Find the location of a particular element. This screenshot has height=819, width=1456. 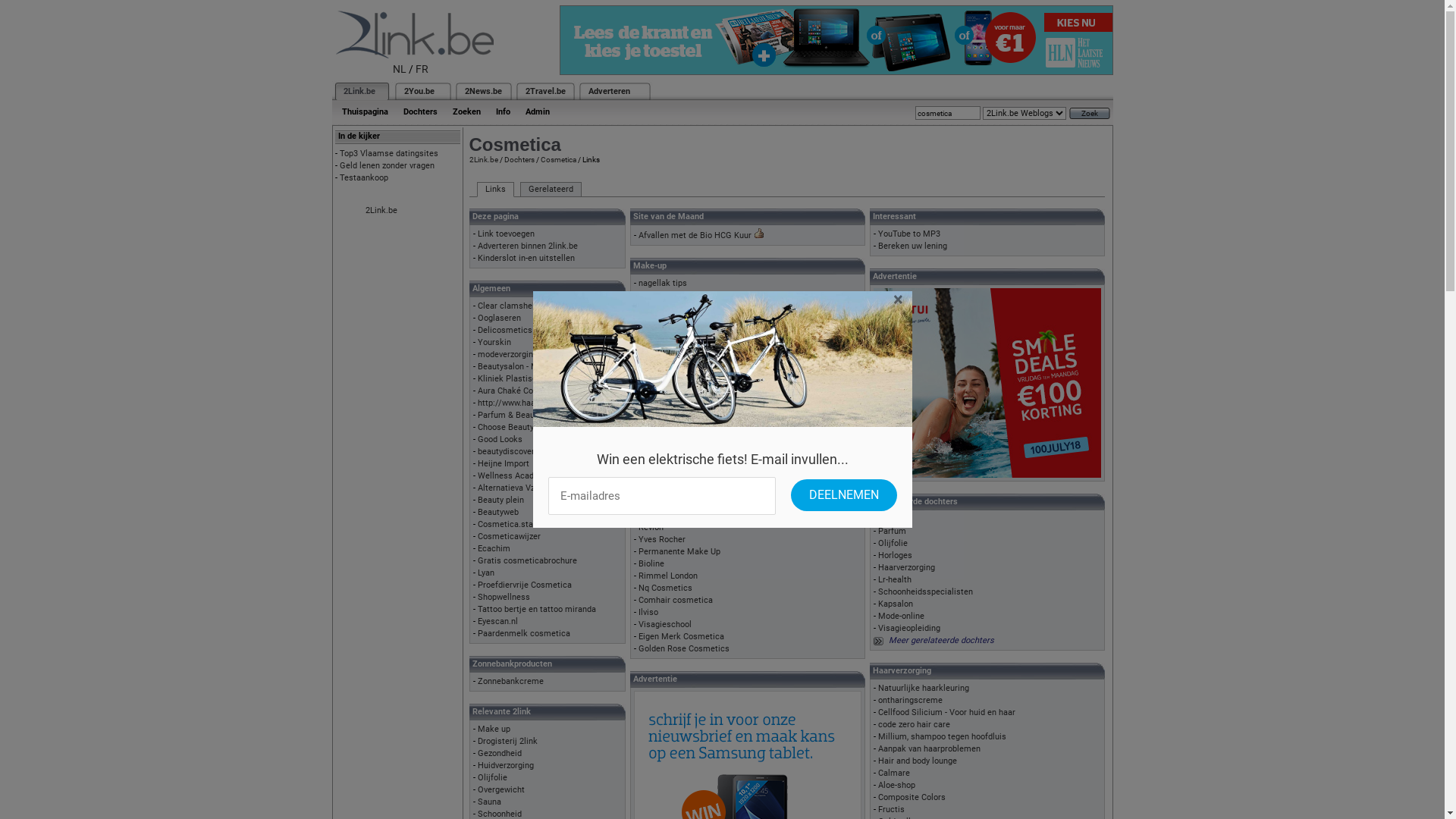

'Afvallen met de Bio HCG Kuur' is located at coordinates (694, 235).